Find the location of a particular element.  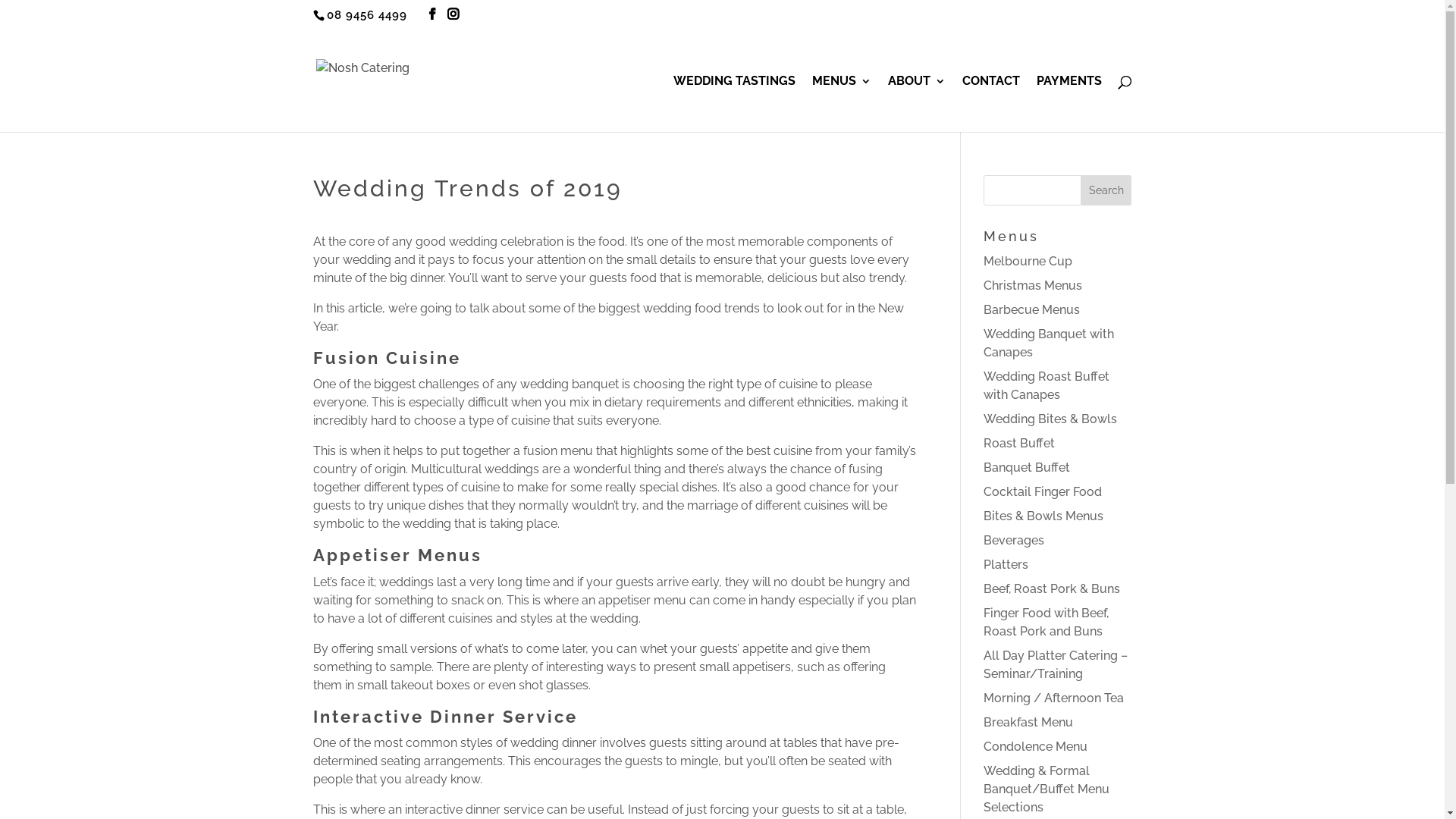

'Wedding Roast Buffet with Canapes' is located at coordinates (1046, 384).